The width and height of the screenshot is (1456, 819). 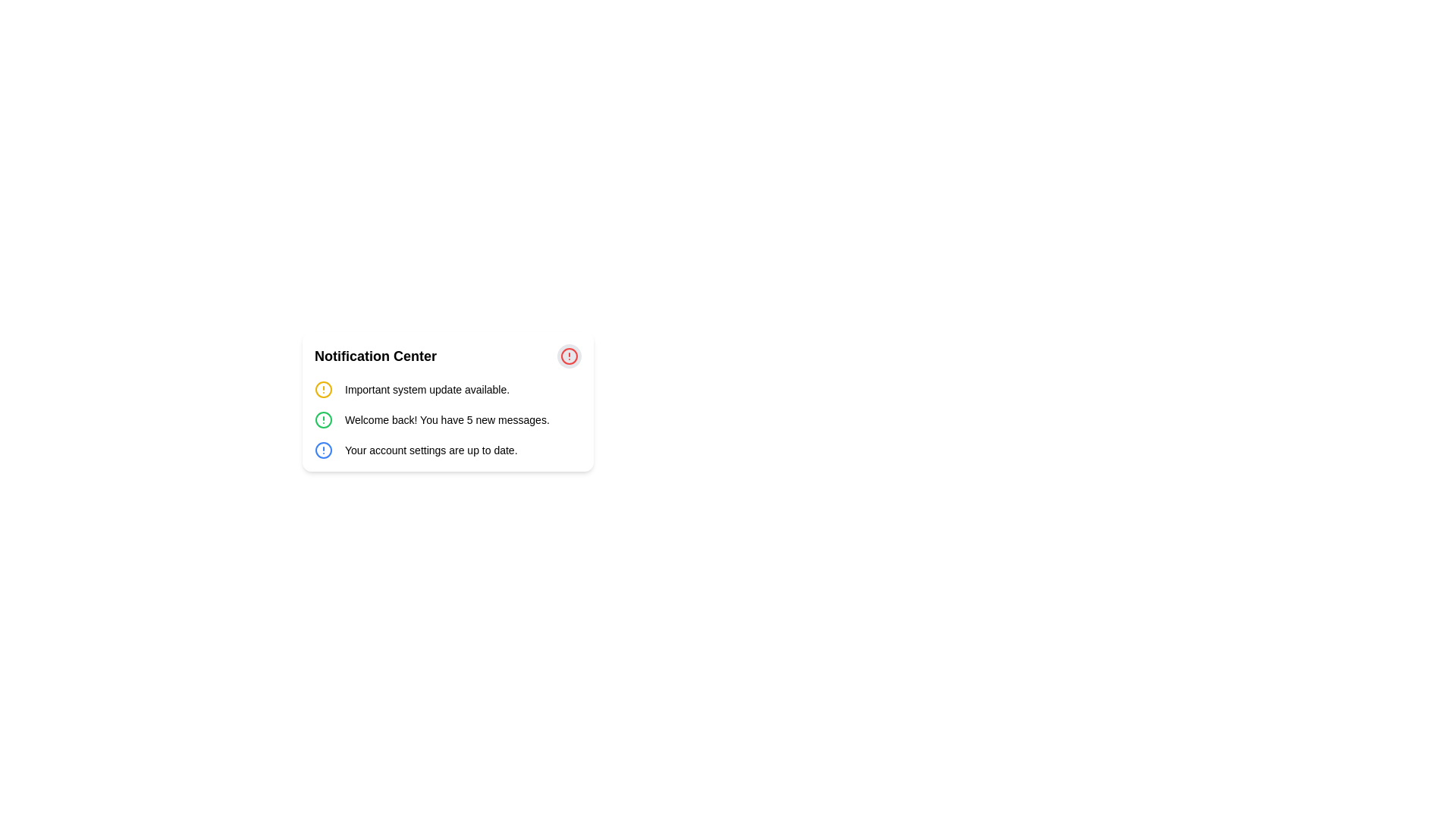 I want to click on the notification indicating that the account settings are current, which is the last item in the notification list below the 'Welcome back! You have 5 new messages.' notification, so click(x=447, y=450).